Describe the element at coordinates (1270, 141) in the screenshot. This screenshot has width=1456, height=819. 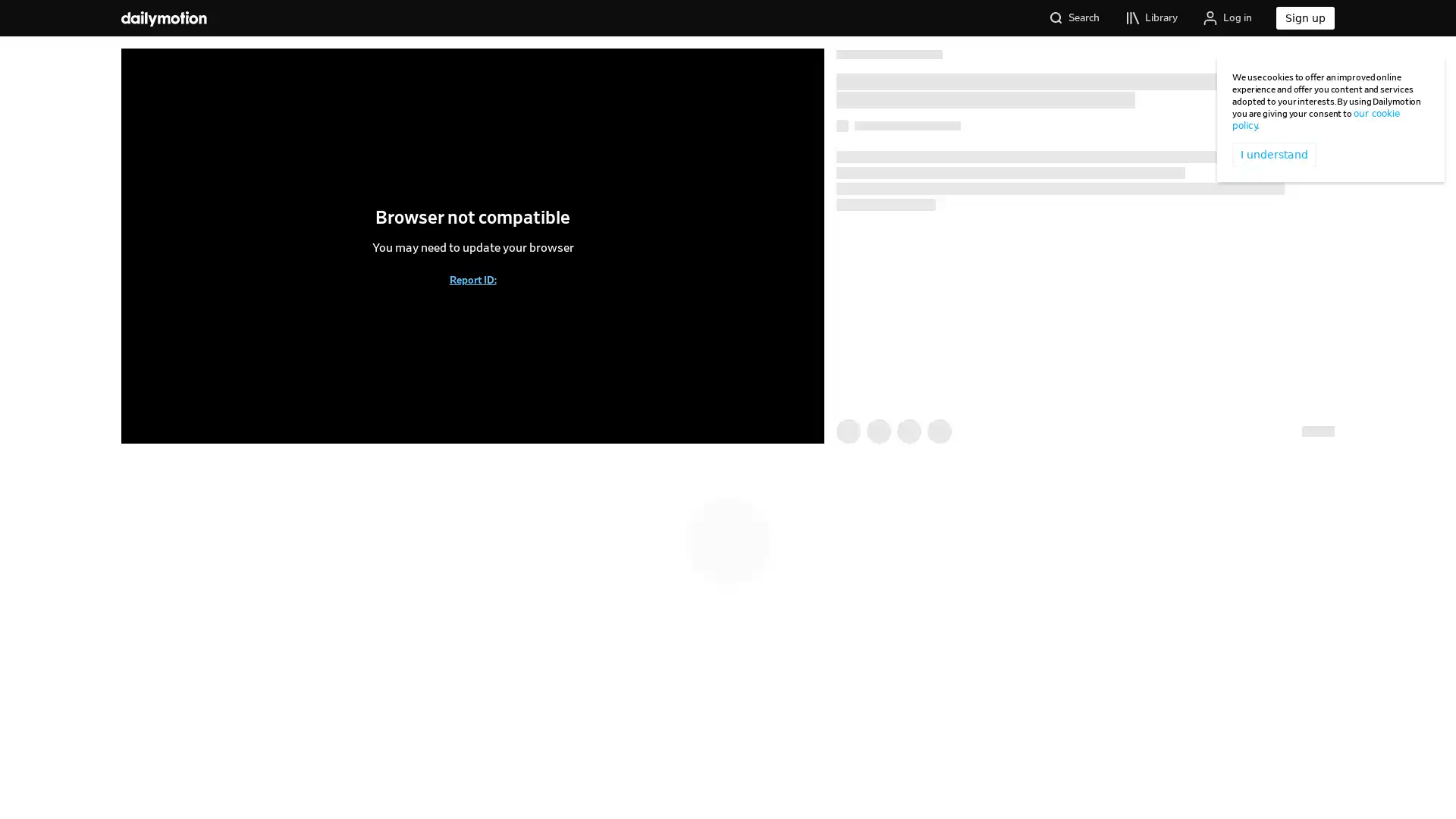
I see `I understand` at that location.